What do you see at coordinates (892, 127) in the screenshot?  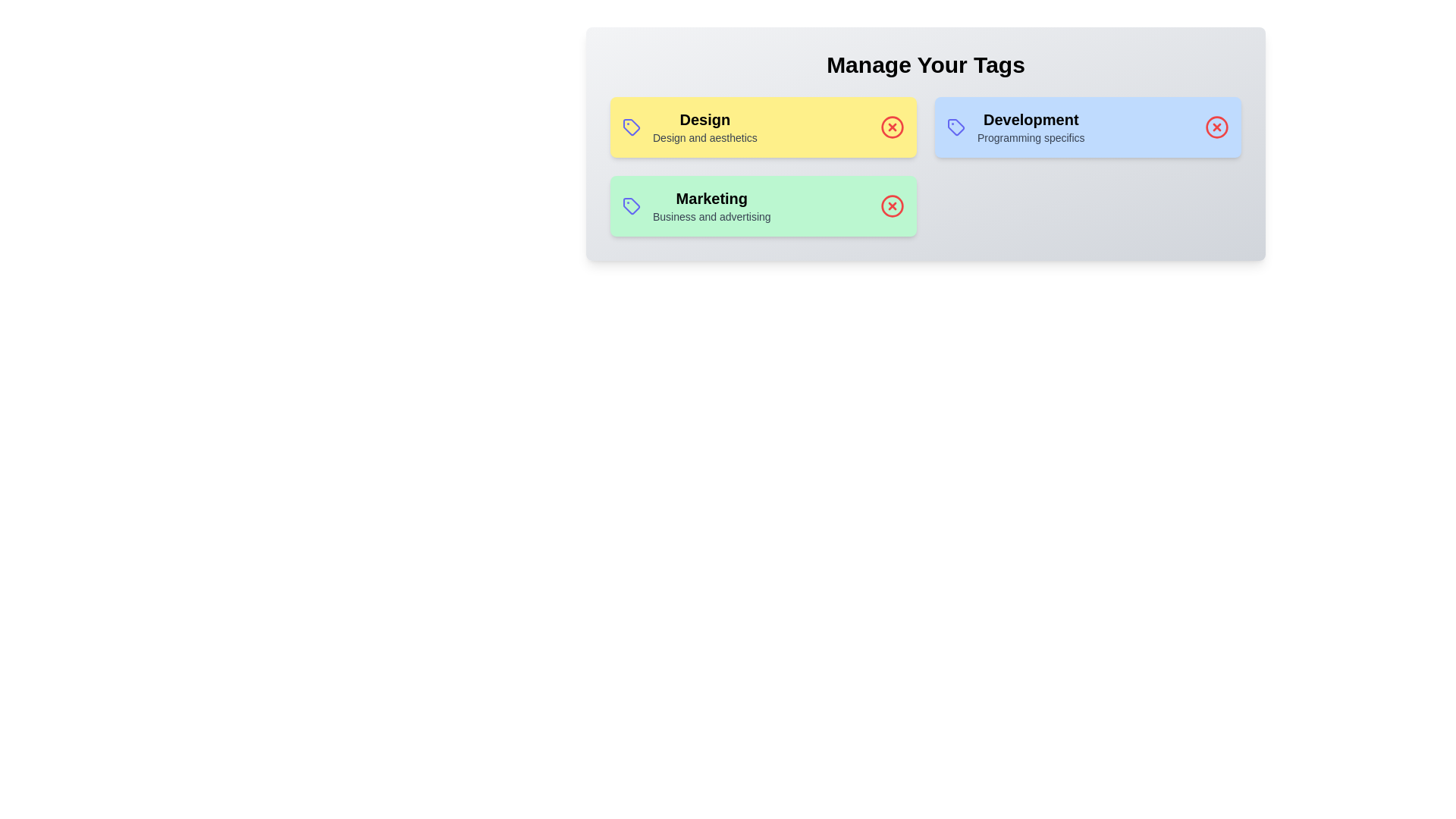 I see `the delete icon for the tag labeled Design` at bounding box center [892, 127].